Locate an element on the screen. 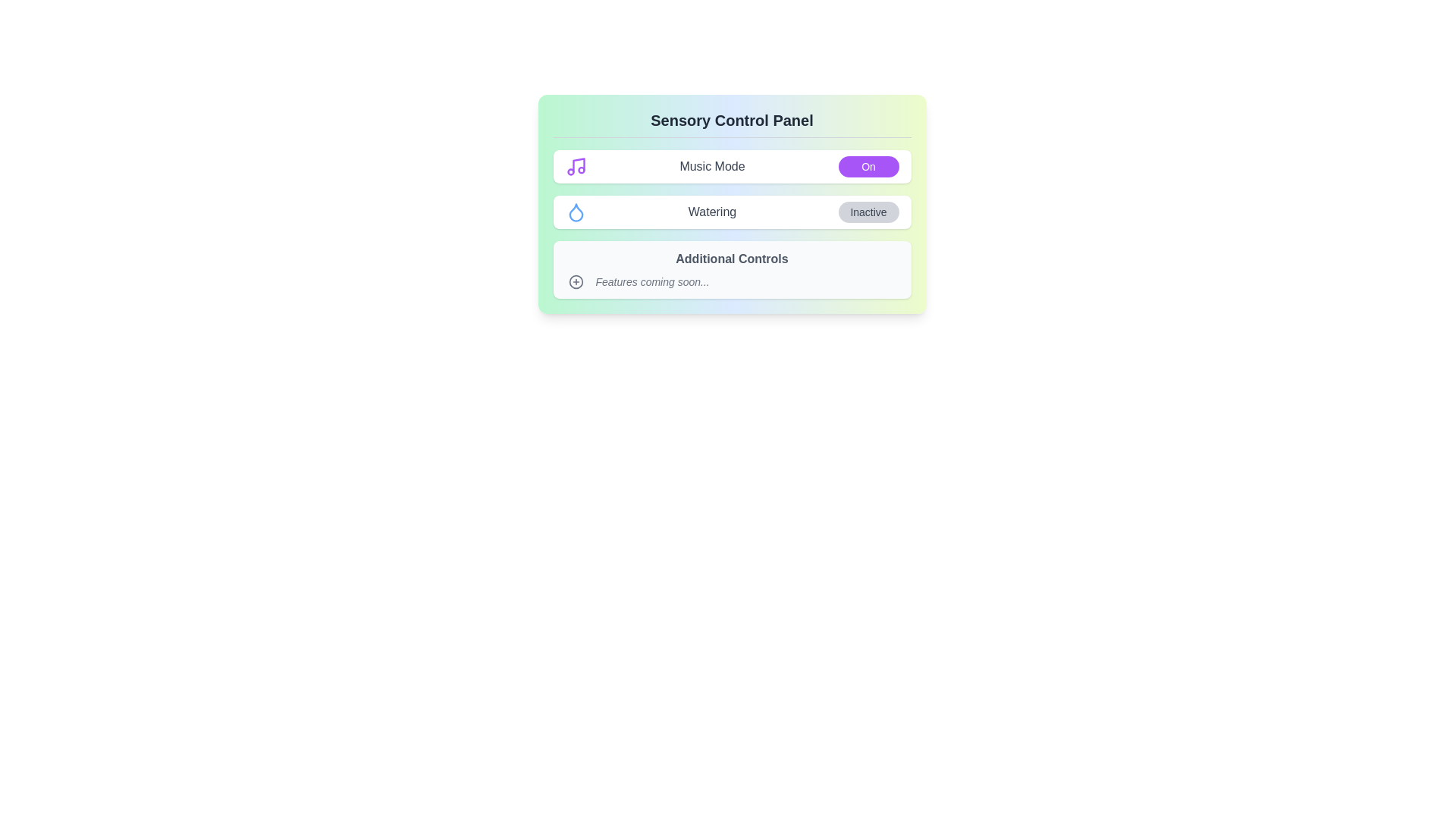 Image resolution: width=1456 pixels, height=819 pixels. the 'Music Mode' label, which is a medium-weight gray text label located at the top of the Sensory Control Panel, centered between a music icon and an 'On' toggle button is located at coordinates (711, 166).